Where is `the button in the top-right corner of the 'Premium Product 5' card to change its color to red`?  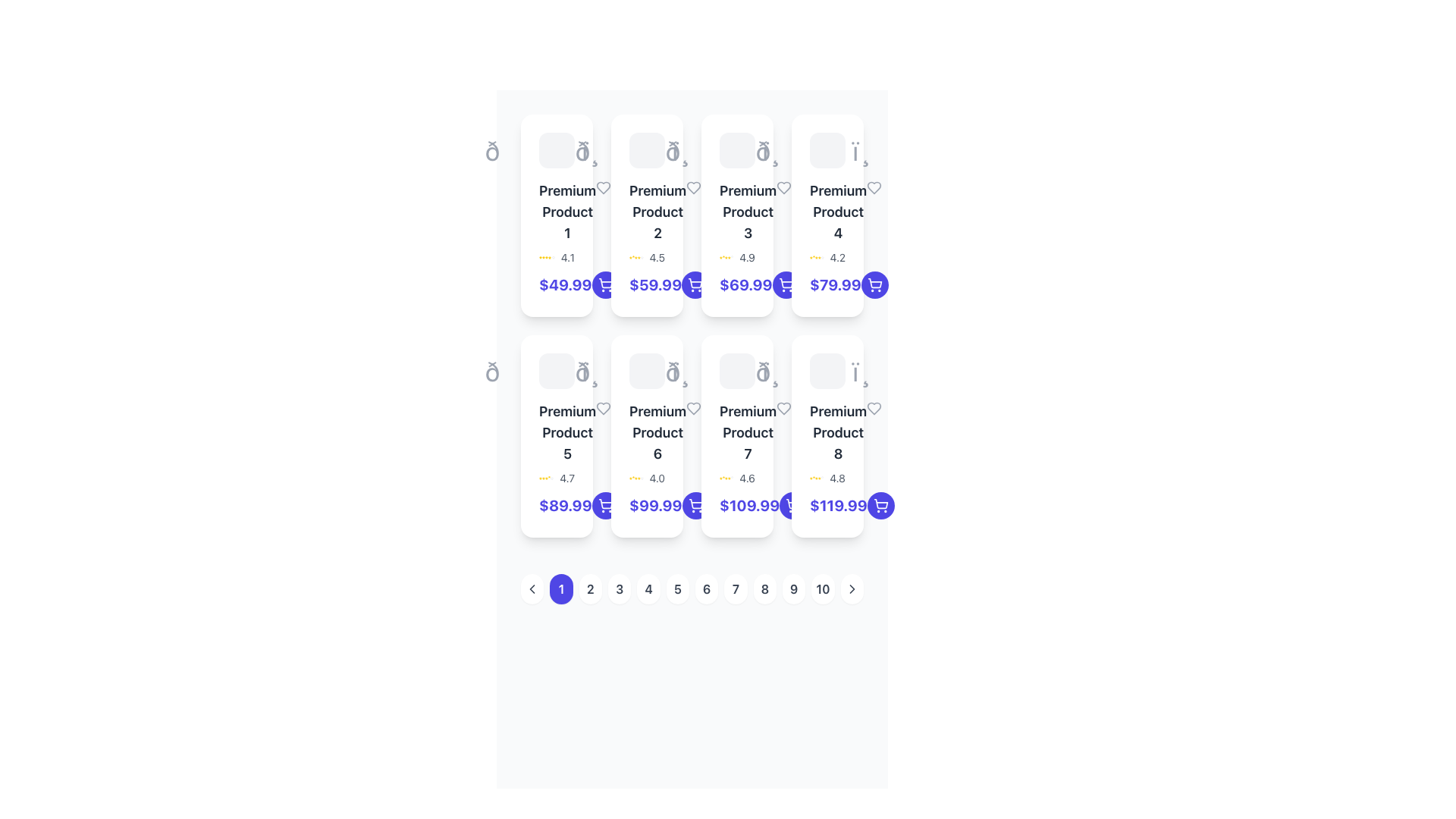
the button in the top-right corner of the 'Premium Product 5' card to change its color to red is located at coordinates (603, 408).